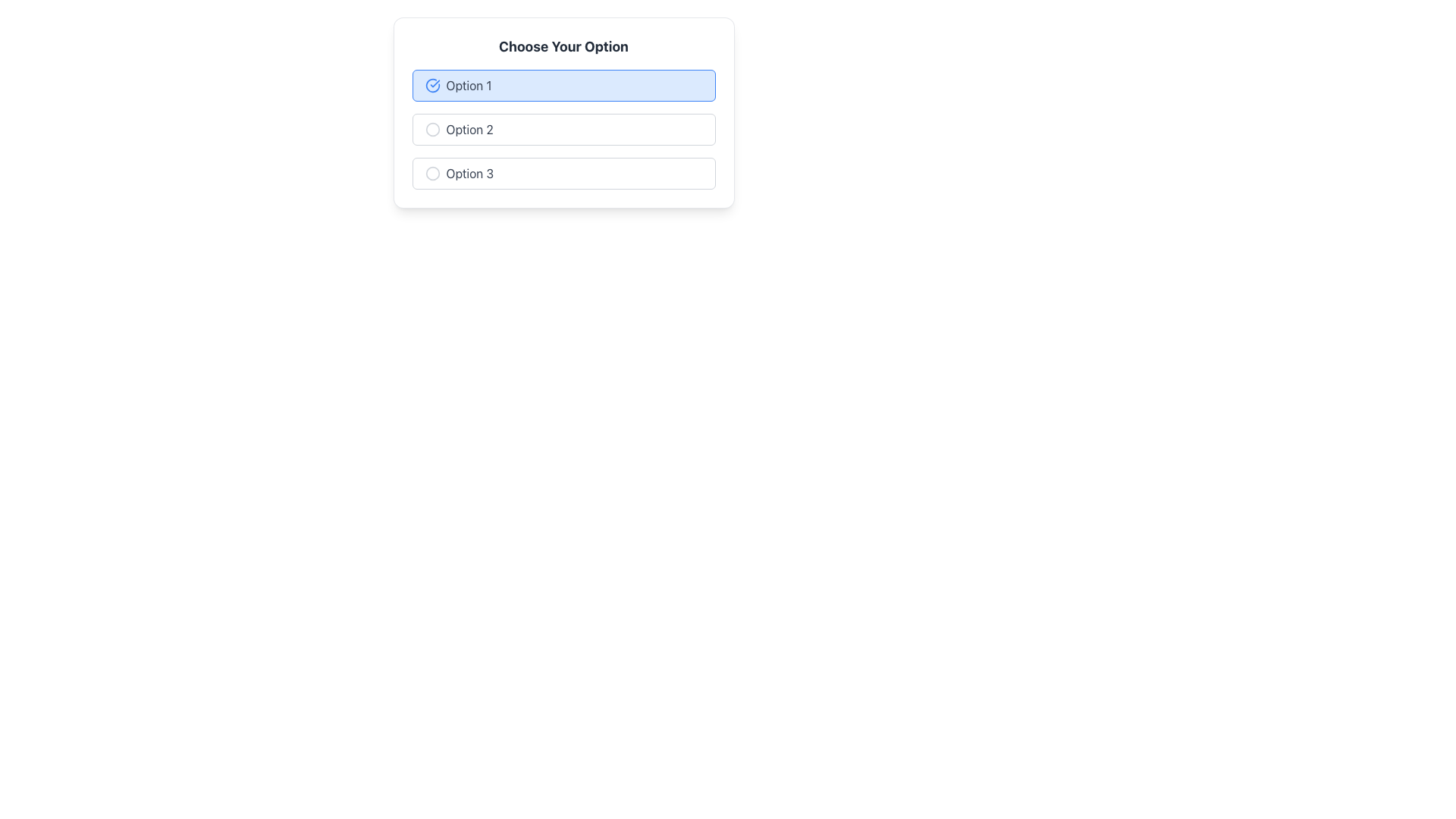 This screenshot has width=1456, height=819. Describe the element at coordinates (468, 85) in the screenshot. I see `the Static Label displaying 'Option 1', which is part of a blue-highlighted selection row` at that location.